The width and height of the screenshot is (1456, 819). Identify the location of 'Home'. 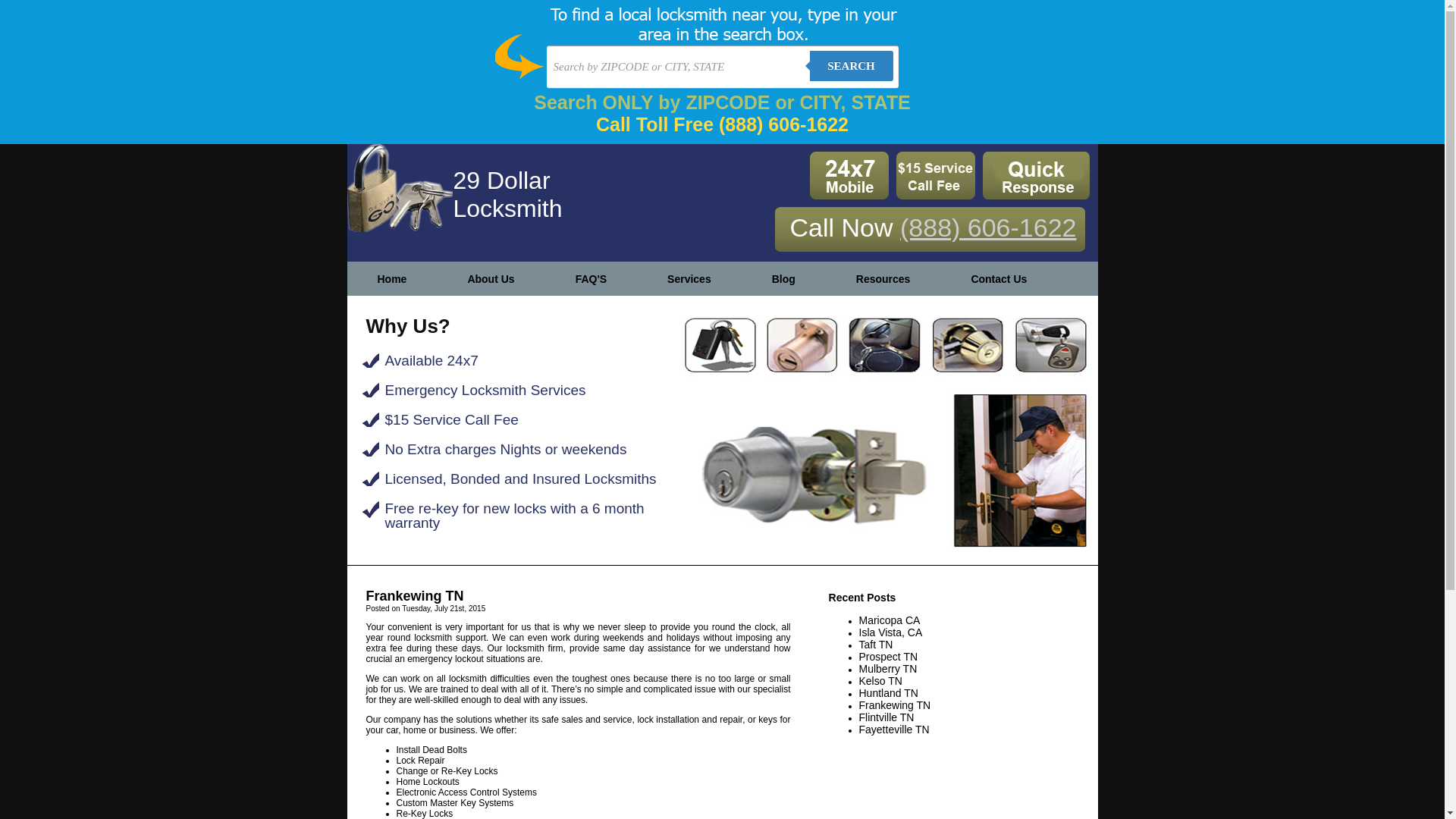
(392, 278).